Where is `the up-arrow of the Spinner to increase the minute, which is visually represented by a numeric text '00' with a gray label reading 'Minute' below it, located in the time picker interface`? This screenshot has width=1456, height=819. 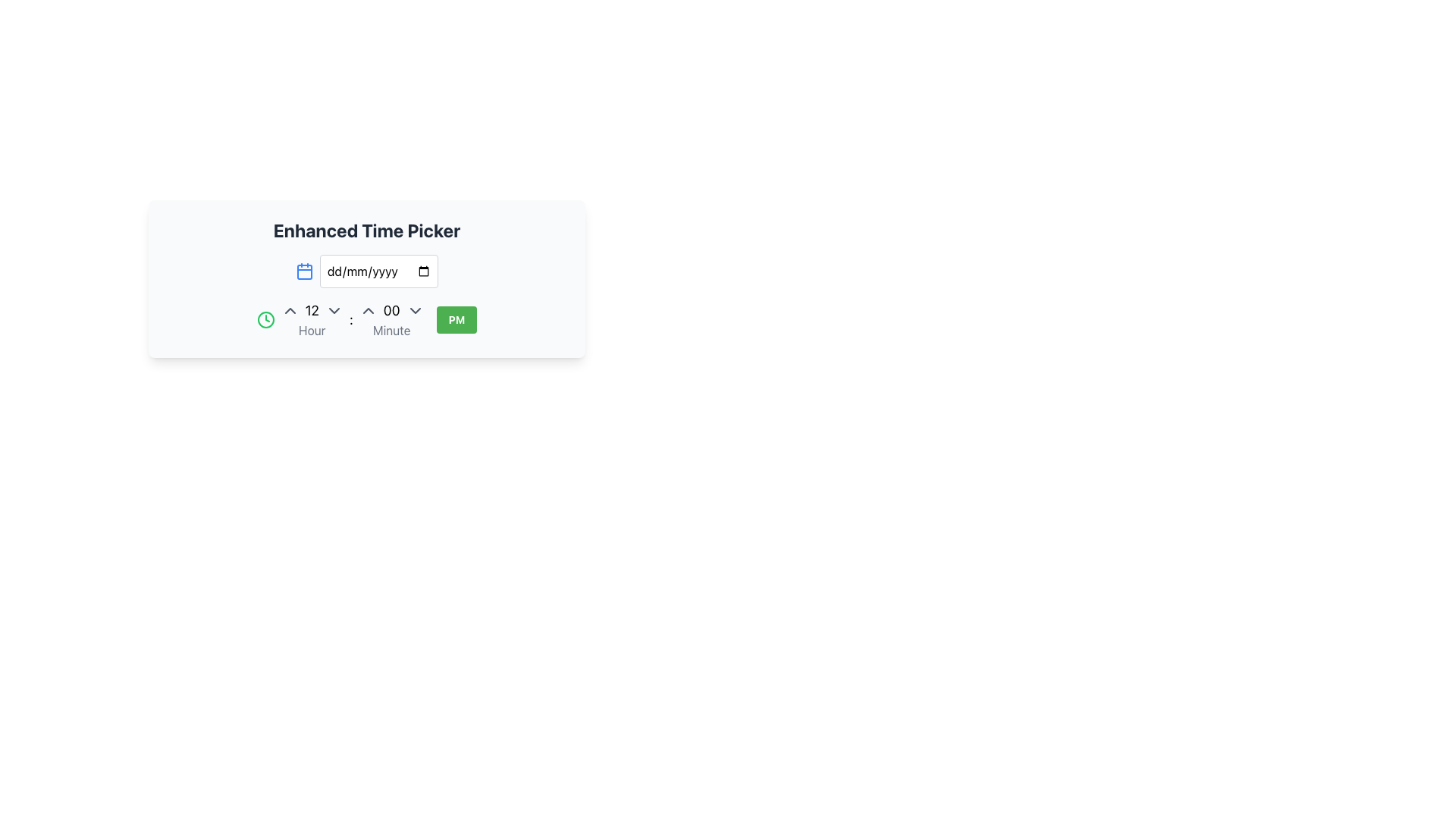 the up-arrow of the Spinner to increase the minute, which is visually represented by a numeric text '00' with a gray label reading 'Minute' below it, located in the time picker interface is located at coordinates (391, 318).